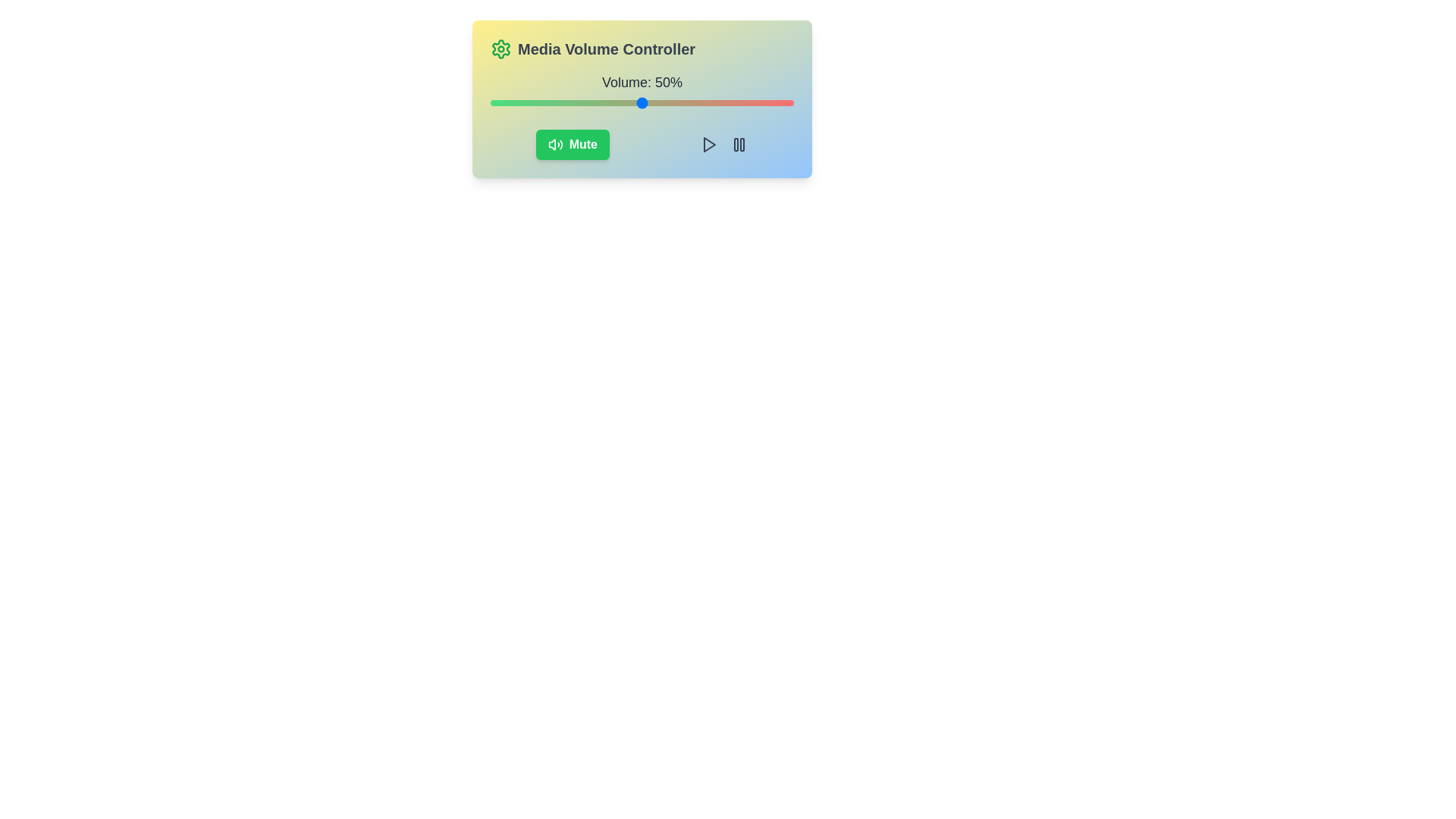  What do you see at coordinates (527, 102) in the screenshot?
I see `the volume slider to set the volume to 12%` at bounding box center [527, 102].